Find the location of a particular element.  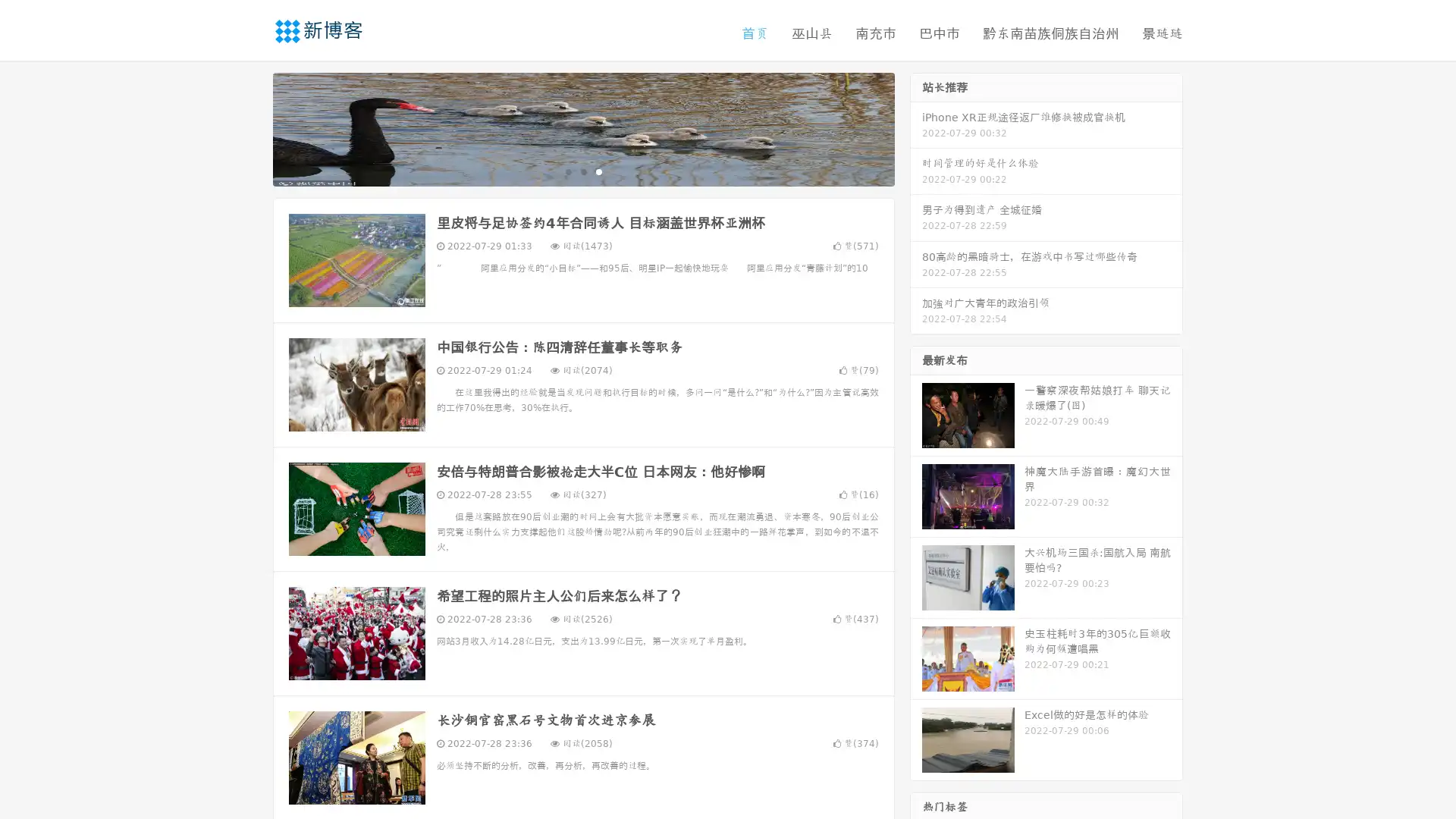

Previous slide is located at coordinates (250, 127).